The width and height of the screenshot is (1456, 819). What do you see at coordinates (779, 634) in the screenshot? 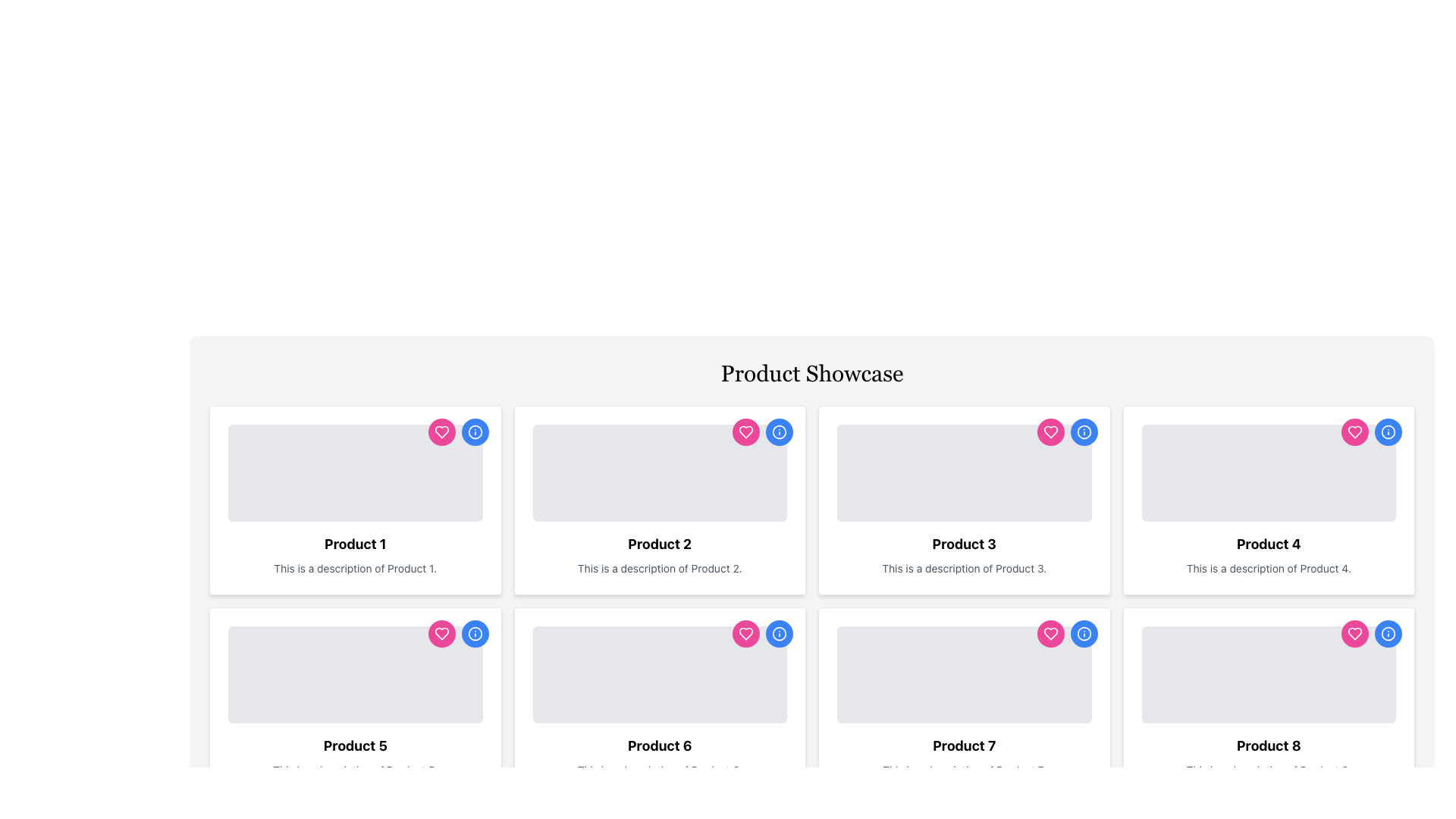
I see `the circular blue button with a white border and information icon located at the top-right corner of the fourth product item in the second row of the product grid` at bounding box center [779, 634].